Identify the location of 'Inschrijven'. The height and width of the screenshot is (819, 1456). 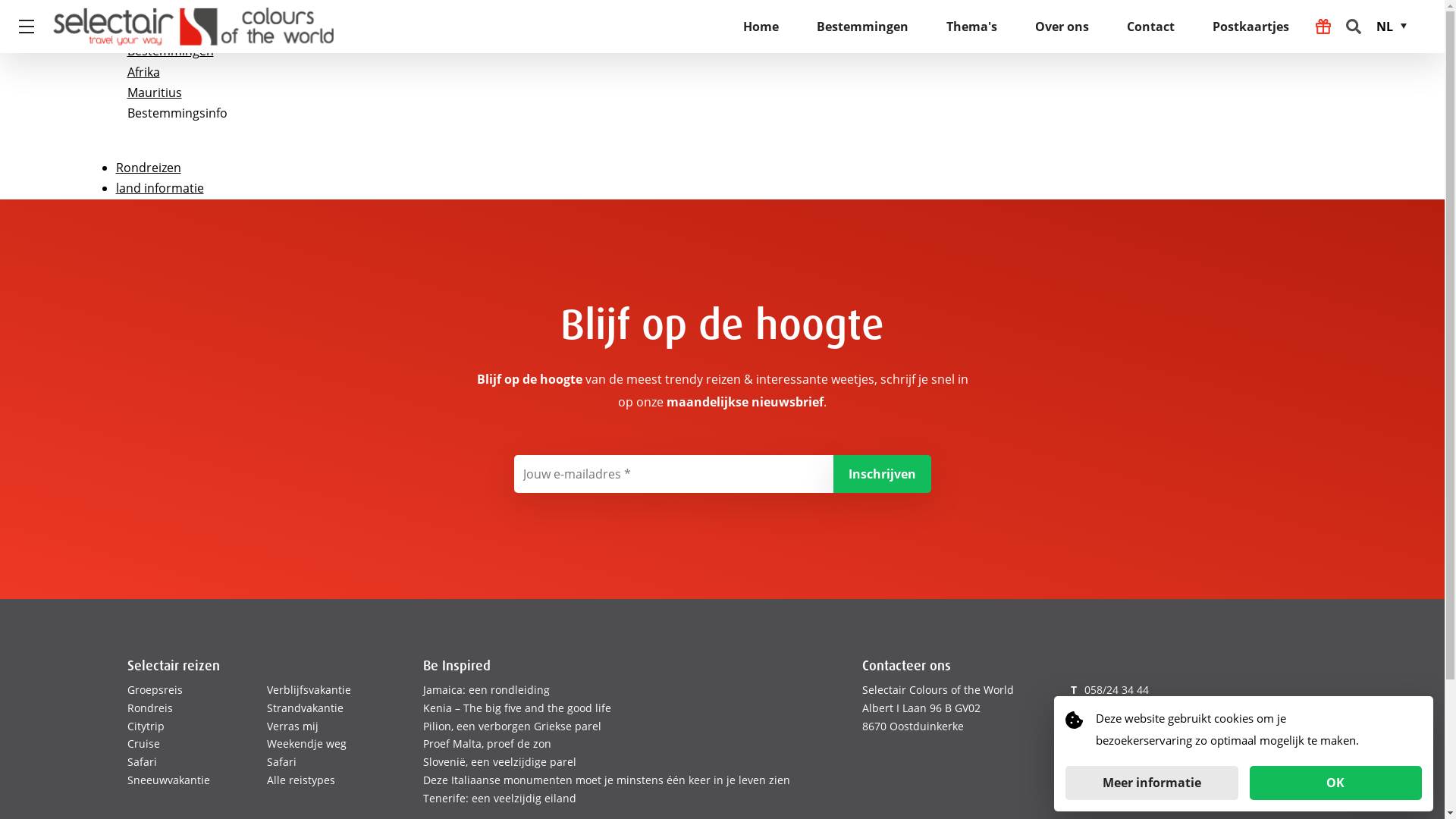
(881, 472).